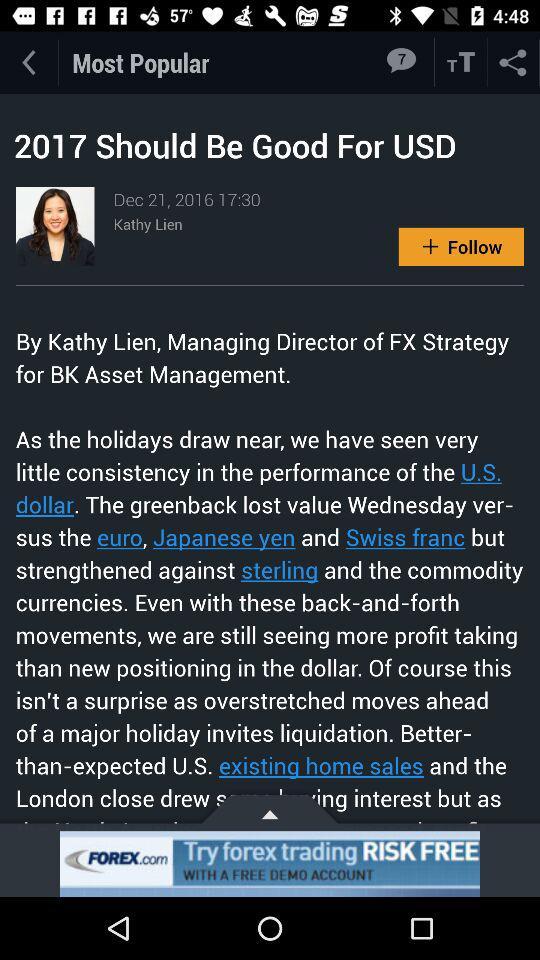 The width and height of the screenshot is (540, 960). Describe the element at coordinates (27, 62) in the screenshot. I see `go back` at that location.